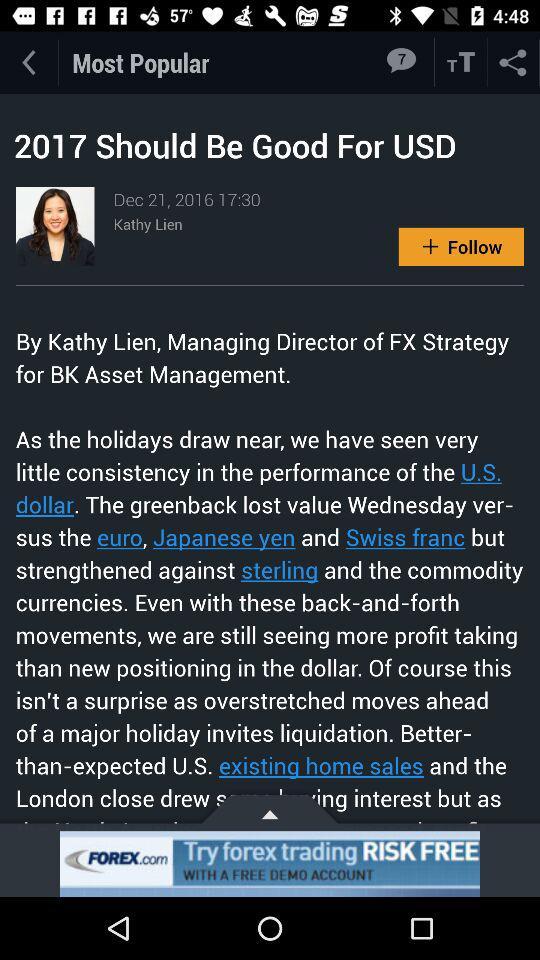 The width and height of the screenshot is (540, 960). Describe the element at coordinates (27, 62) in the screenshot. I see `go back` at that location.